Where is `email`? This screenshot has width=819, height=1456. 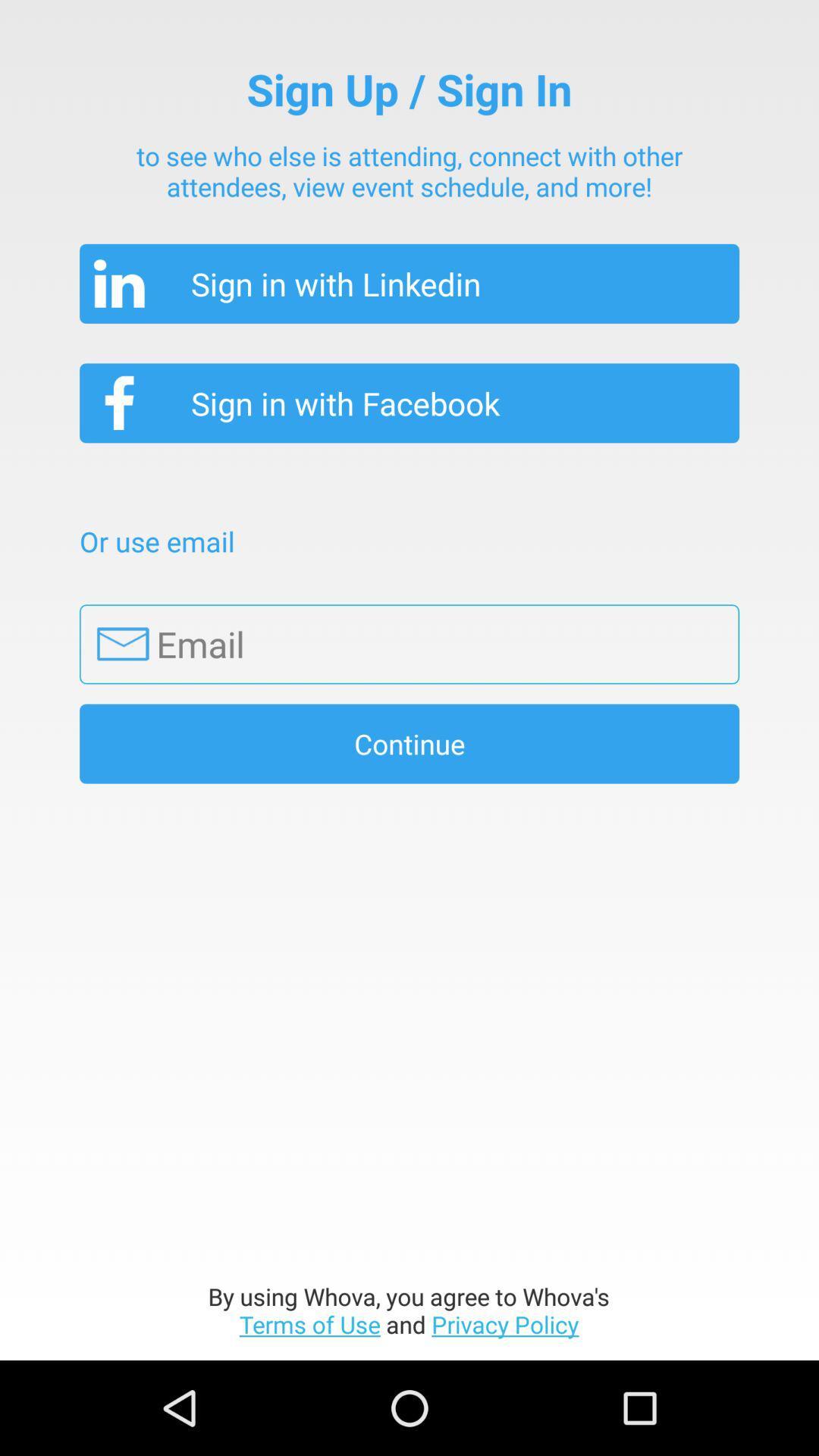 email is located at coordinates (409, 644).